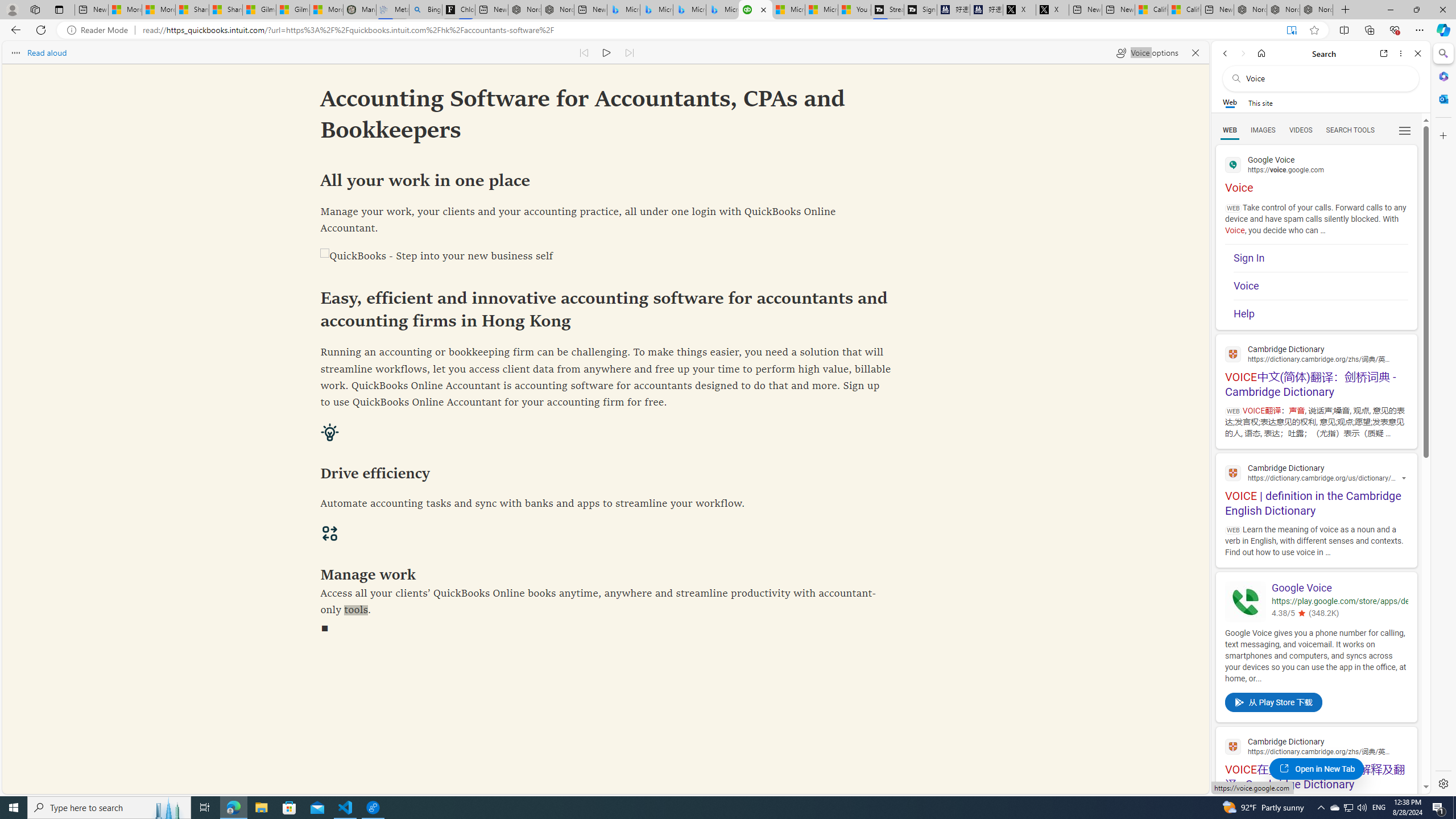 The image size is (1456, 819). Describe the element at coordinates (1339, 588) in the screenshot. I see `'Google Voice'` at that location.